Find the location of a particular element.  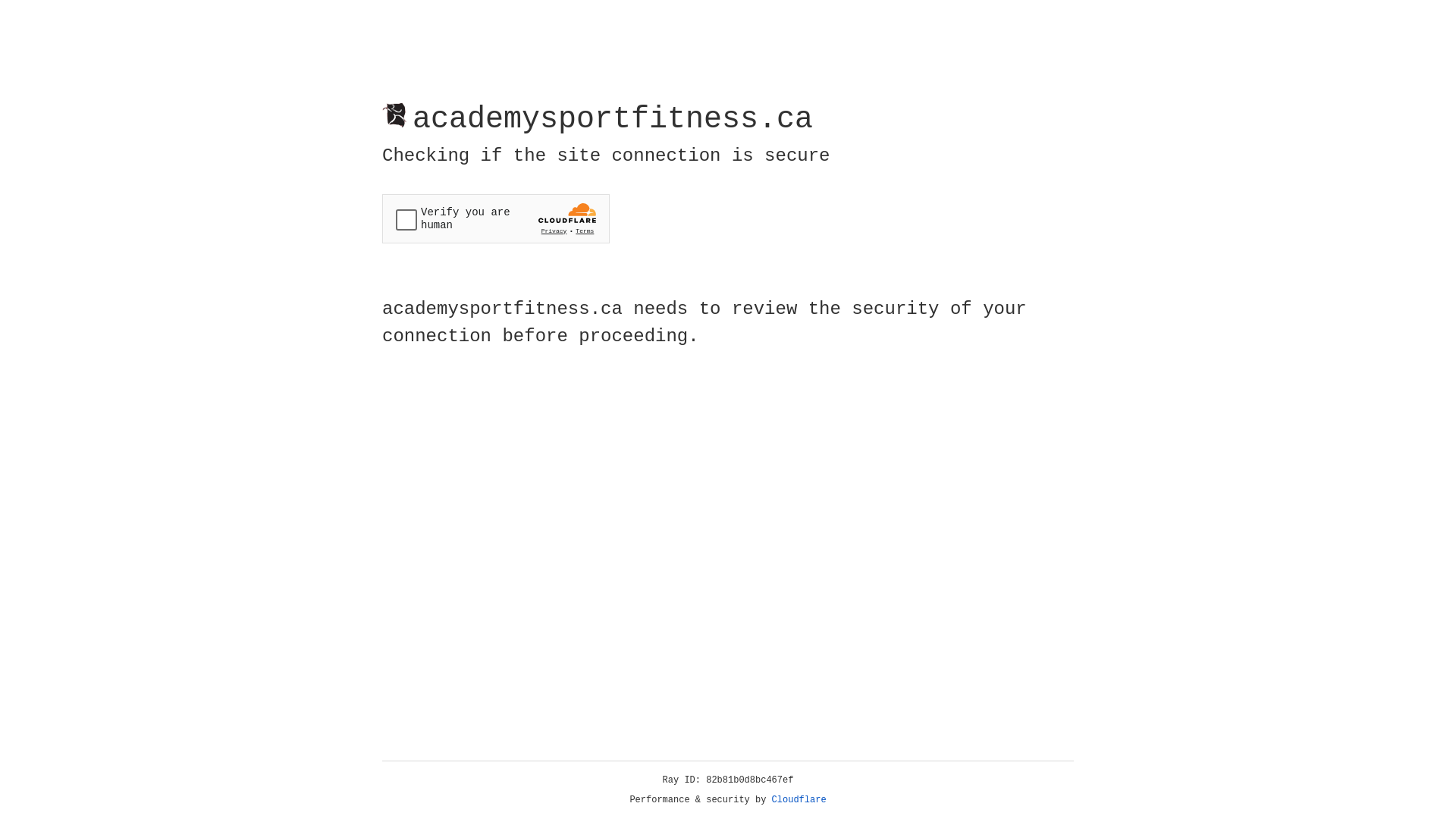

'Widget containing a Cloudflare security challenge' is located at coordinates (495, 218).